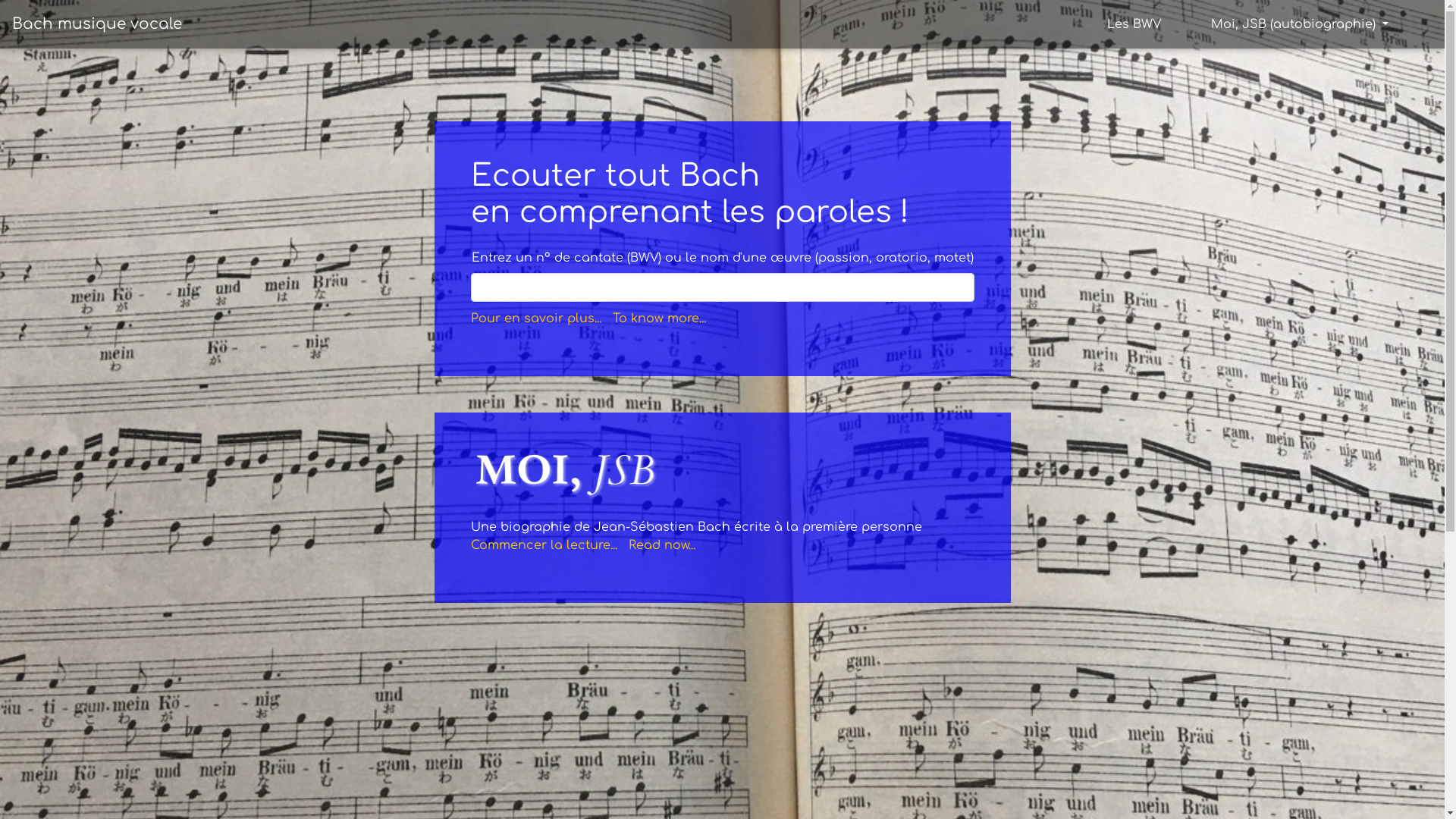 The image size is (1456, 819). I want to click on 'Moi, JSB (autobiographie)', so click(1298, 24).